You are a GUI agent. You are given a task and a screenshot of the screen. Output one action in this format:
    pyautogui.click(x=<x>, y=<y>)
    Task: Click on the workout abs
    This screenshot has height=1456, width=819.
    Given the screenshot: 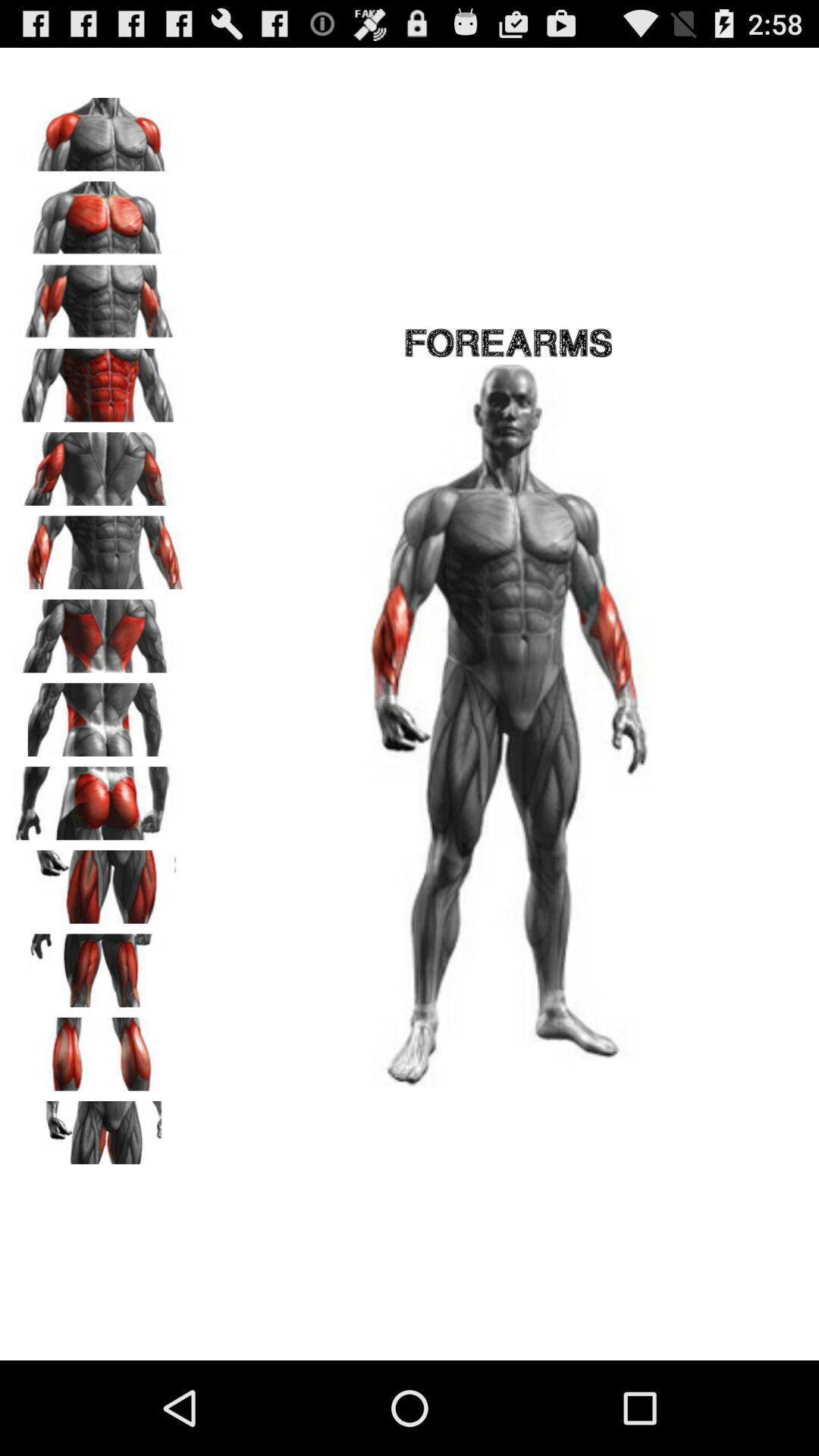 What is the action you would take?
    pyautogui.click(x=99, y=380)
    